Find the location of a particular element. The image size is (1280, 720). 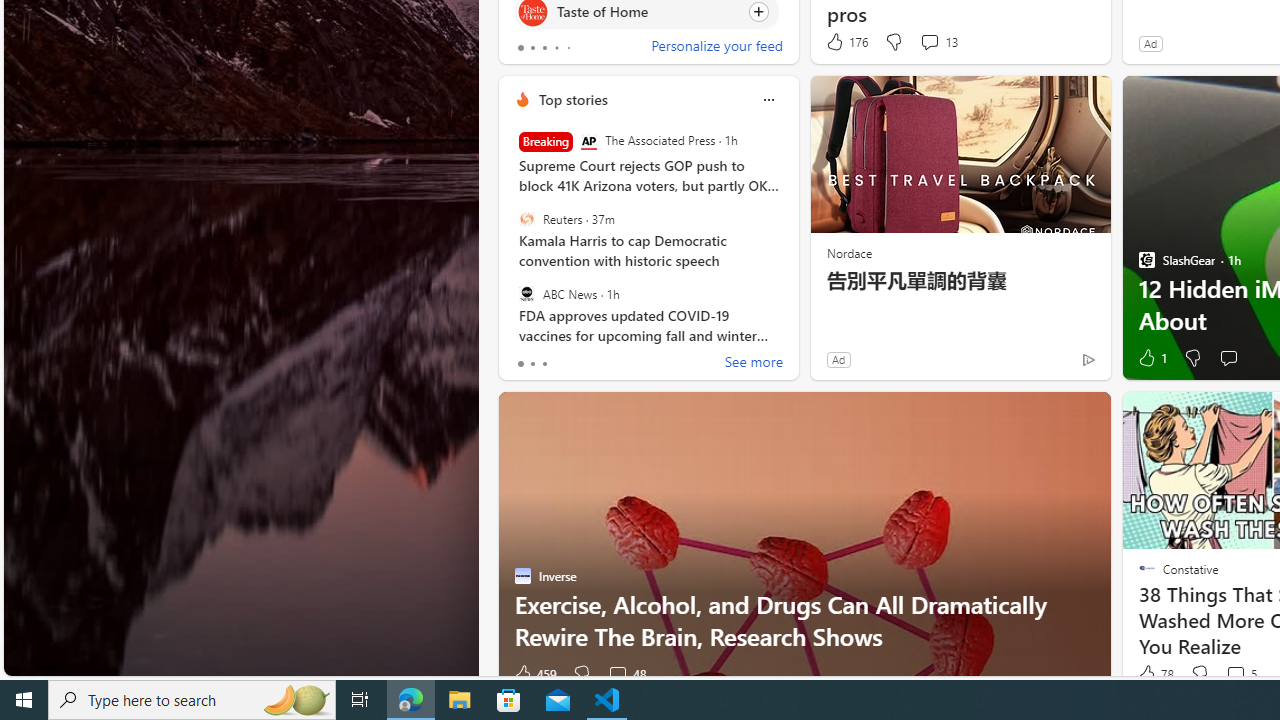

'tab-2' is located at coordinates (544, 363).